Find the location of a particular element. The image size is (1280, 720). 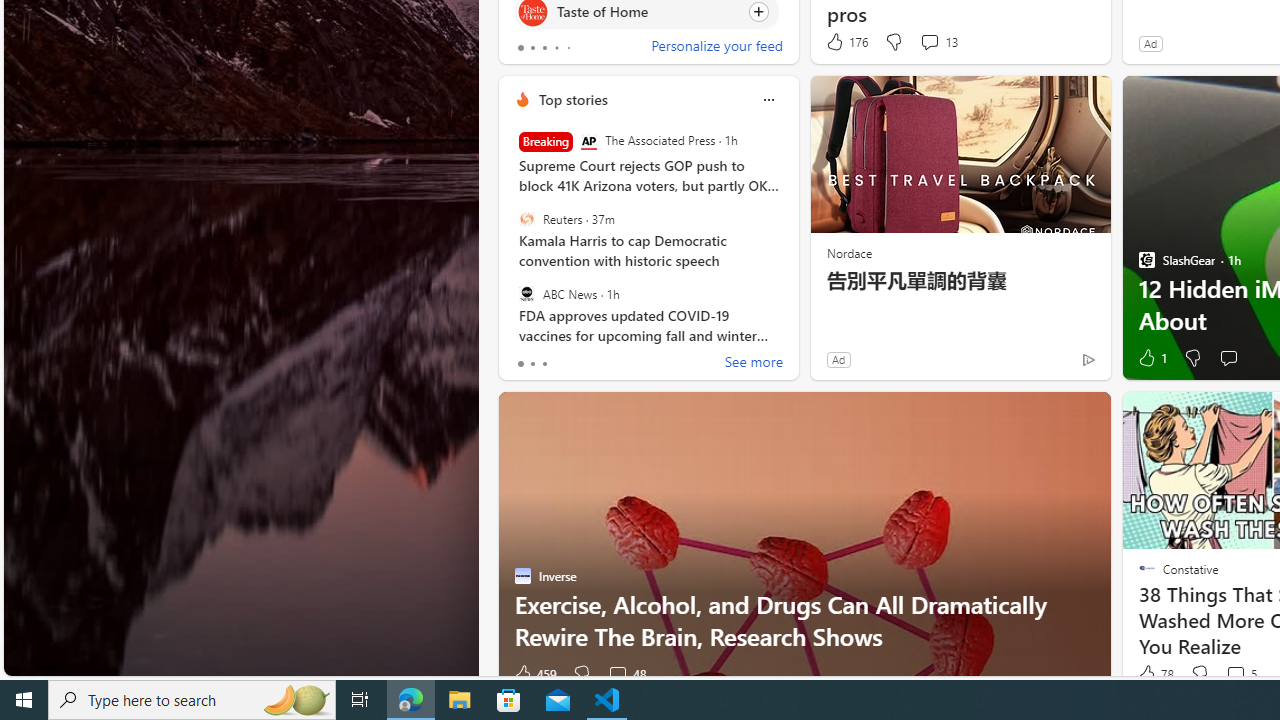

'tab-2' is located at coordinates (544, 363).